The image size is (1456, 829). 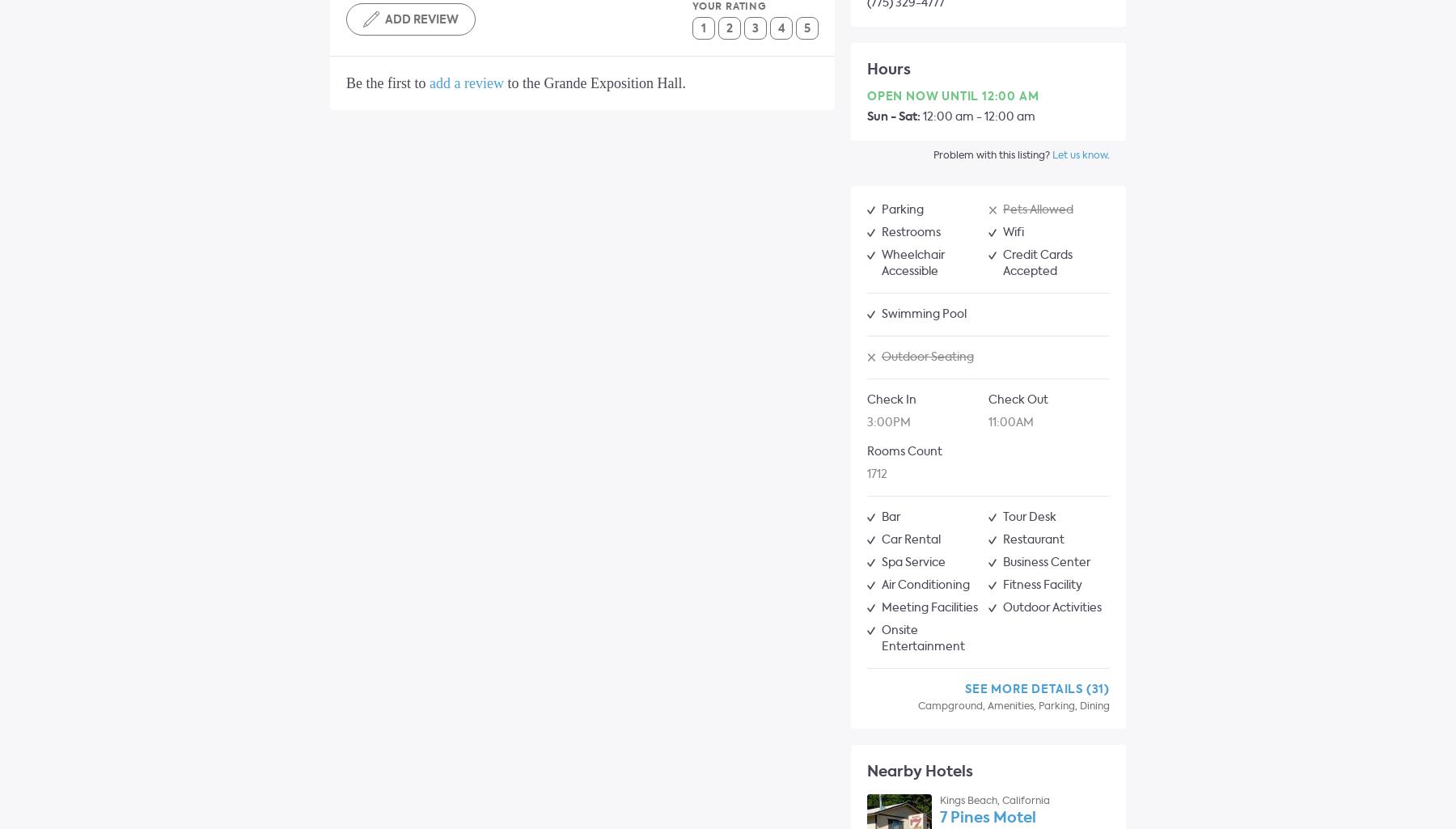 What do you see at coordinates (977, 116) in the screenshot?
I see `'12:00 am - 12:00 am'` at bounding box center [977, 116].